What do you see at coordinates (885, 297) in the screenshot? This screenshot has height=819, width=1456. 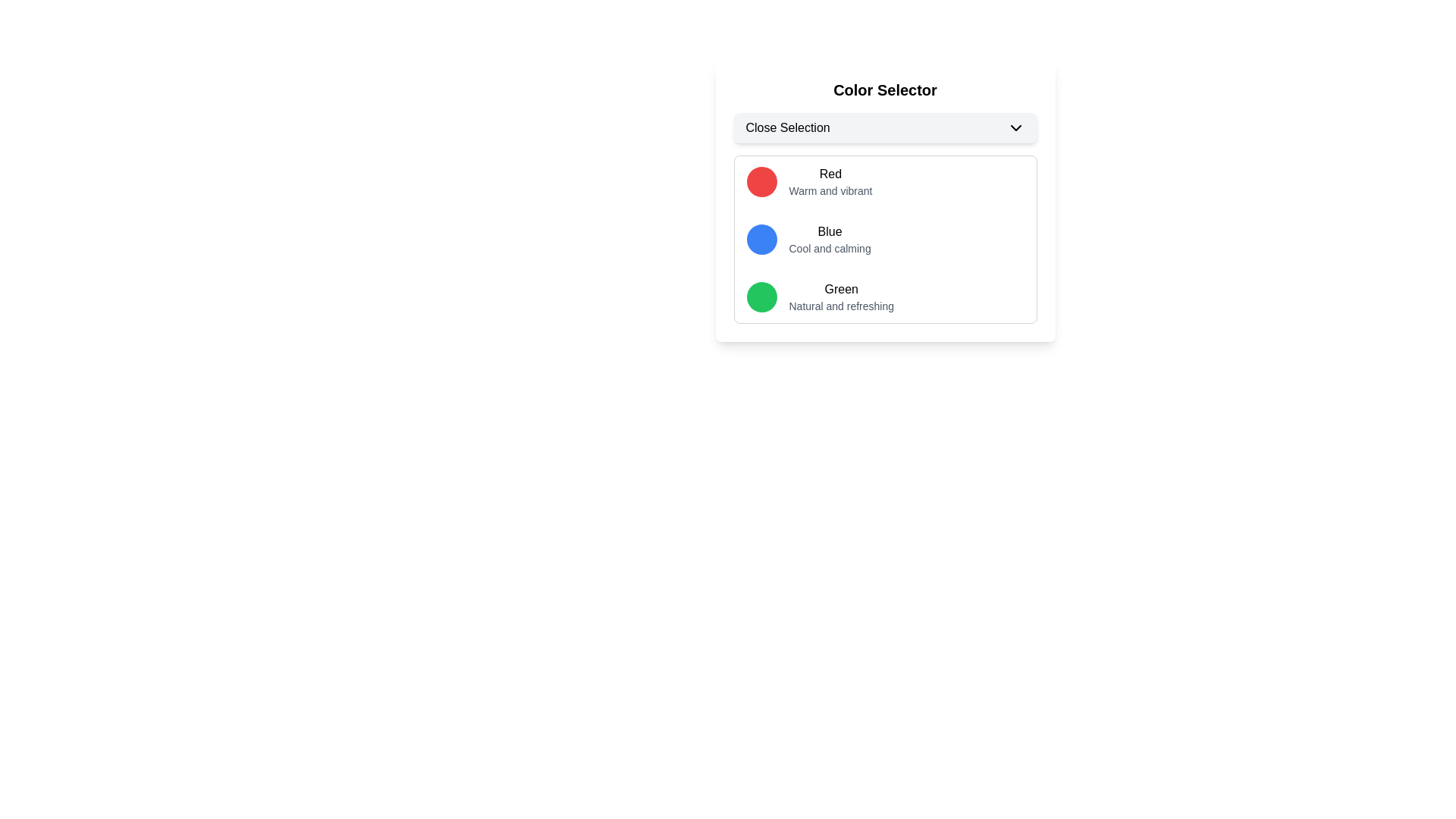 I see `the third selectable list item that contains a circular green icon and the texts 'Green' and 'Natural and refreshing'` at bounding box center [885, 297].